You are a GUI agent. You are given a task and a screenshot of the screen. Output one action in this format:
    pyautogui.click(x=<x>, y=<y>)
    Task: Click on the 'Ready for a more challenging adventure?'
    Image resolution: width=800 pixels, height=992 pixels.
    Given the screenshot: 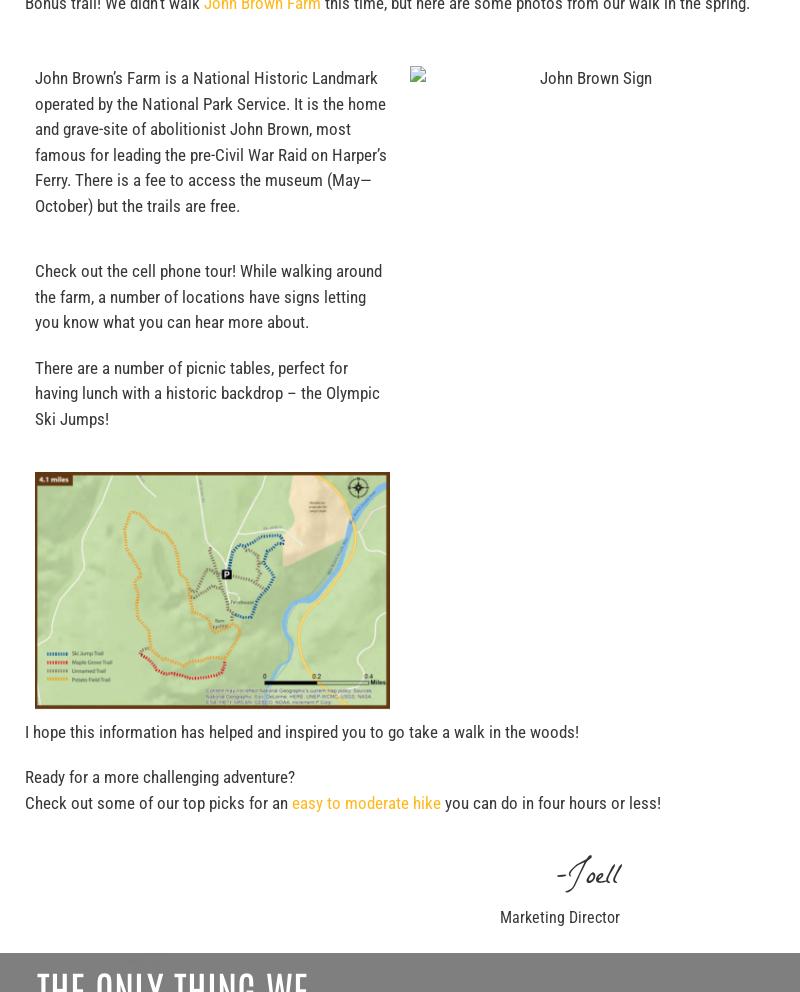 What is the action you would take?
    pyautogui.click(x=160, y=776)
    